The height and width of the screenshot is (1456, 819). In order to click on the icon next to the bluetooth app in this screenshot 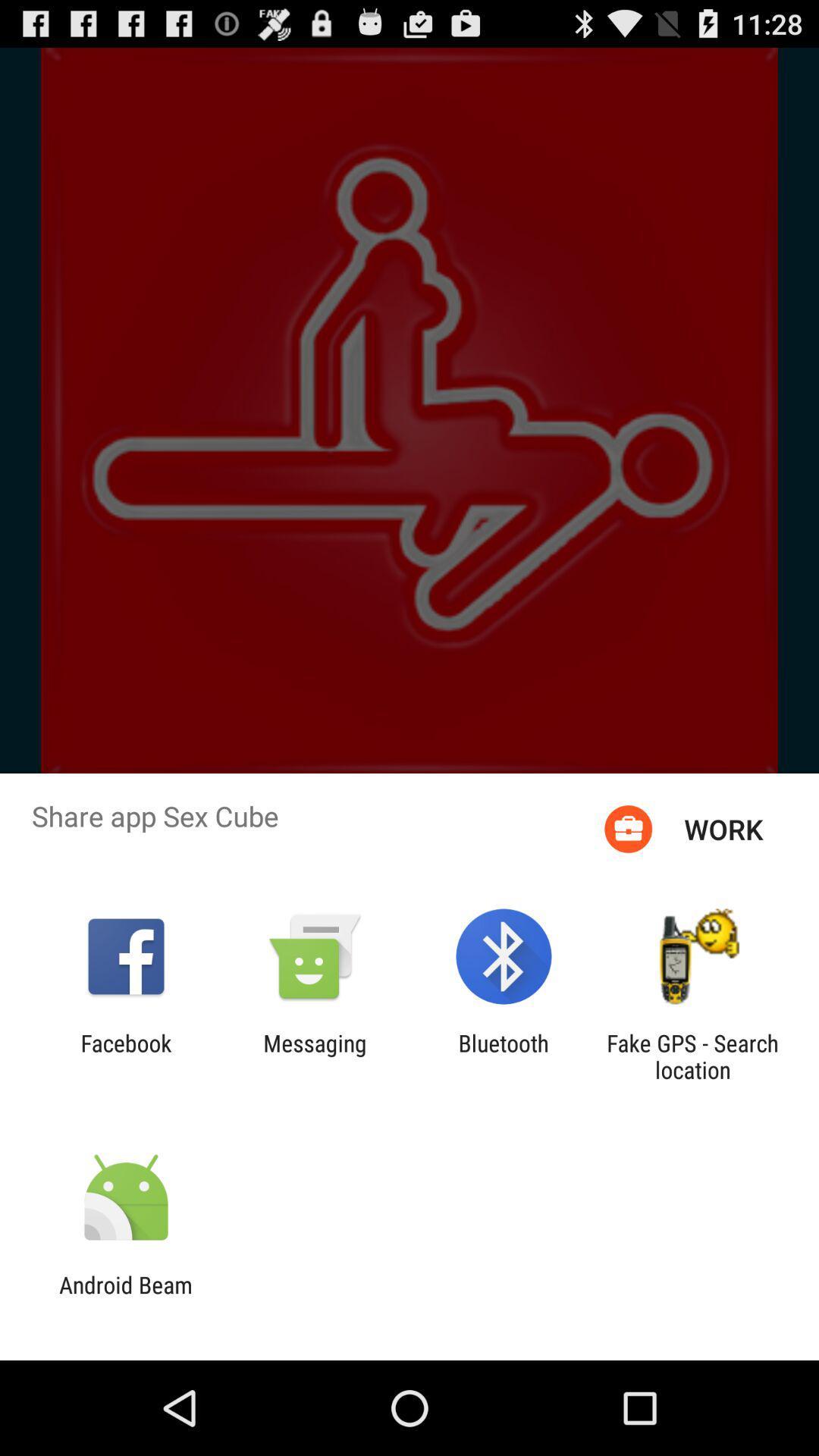, I will do `click(692, 1056)`.